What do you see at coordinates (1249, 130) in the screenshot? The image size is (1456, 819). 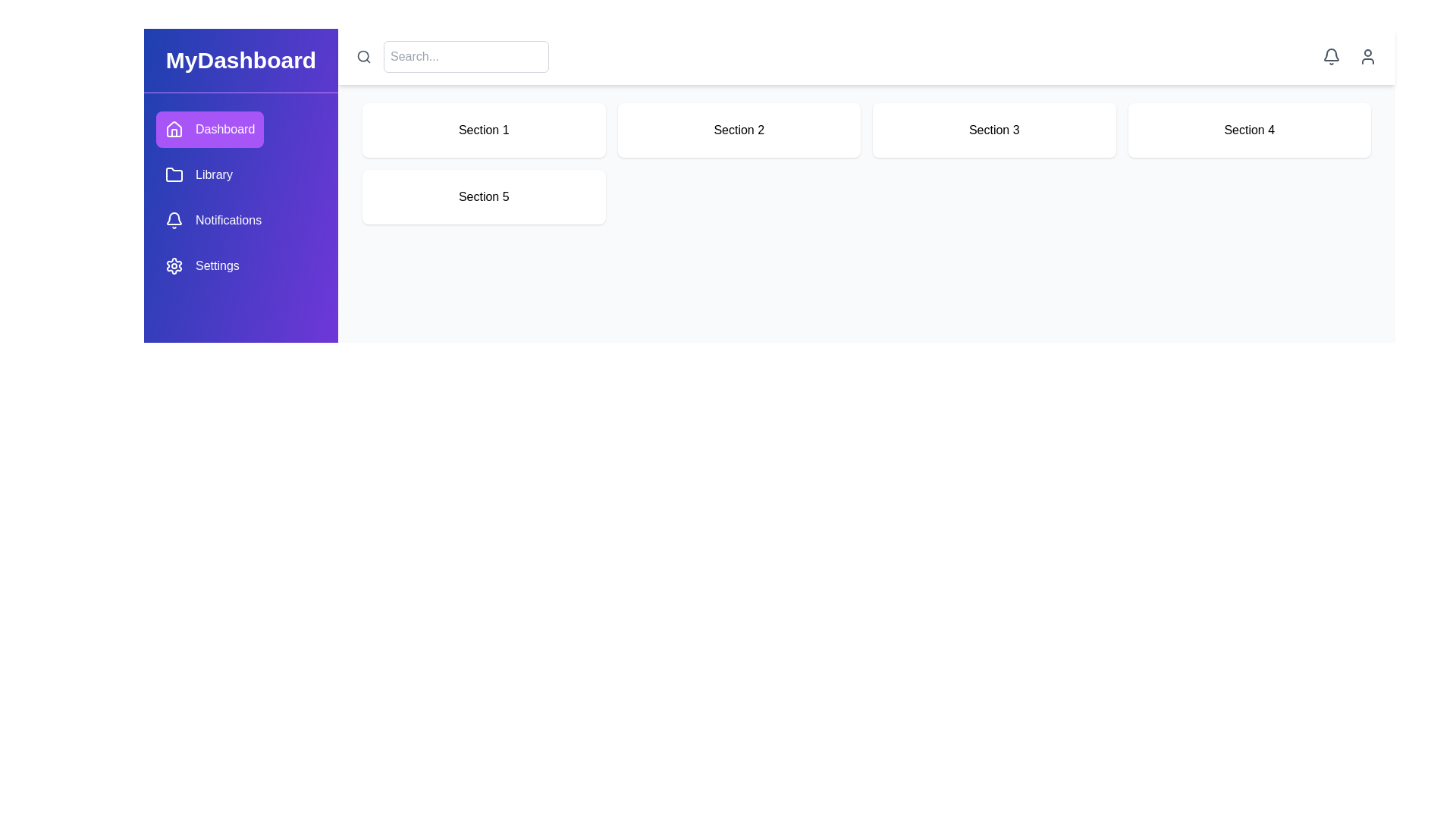 I see `the 'Section 4' card` at bounding box center [1249, 130].